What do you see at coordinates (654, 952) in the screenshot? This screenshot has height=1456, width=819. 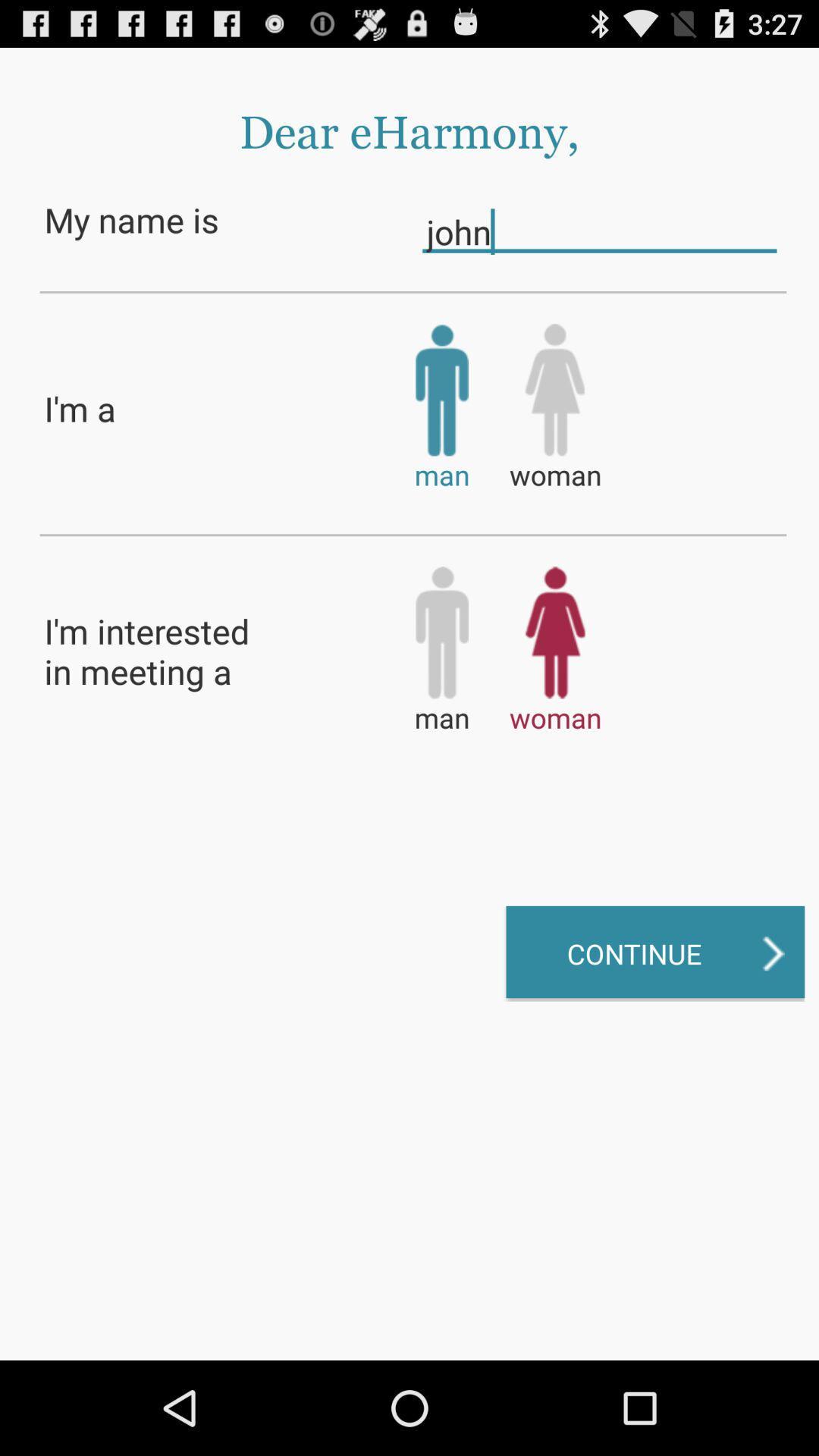 I see `continue icon` at bounding box center [654, 952].